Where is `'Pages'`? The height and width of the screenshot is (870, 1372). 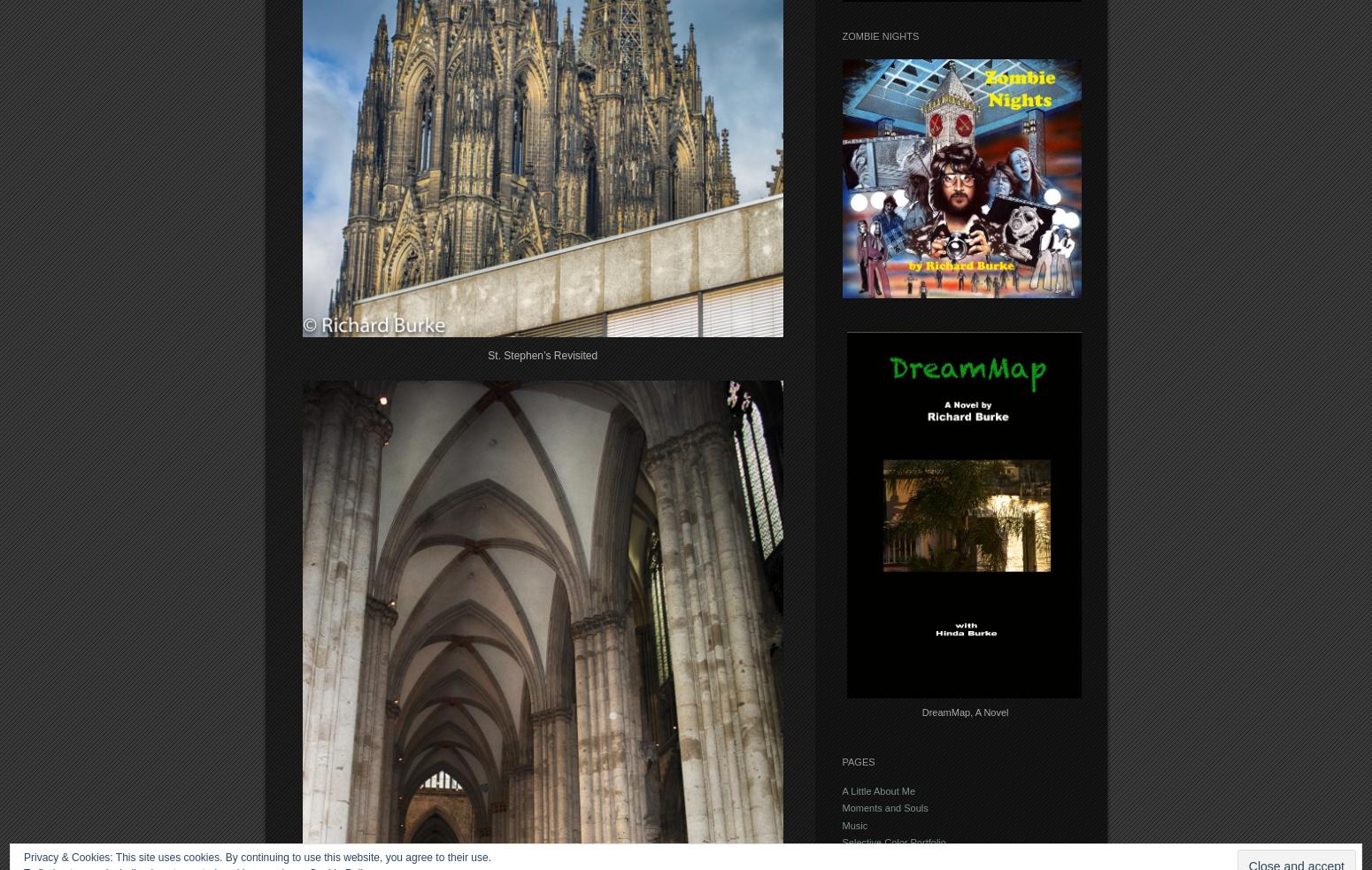 'Pages' is located at coordinates (840, 762).